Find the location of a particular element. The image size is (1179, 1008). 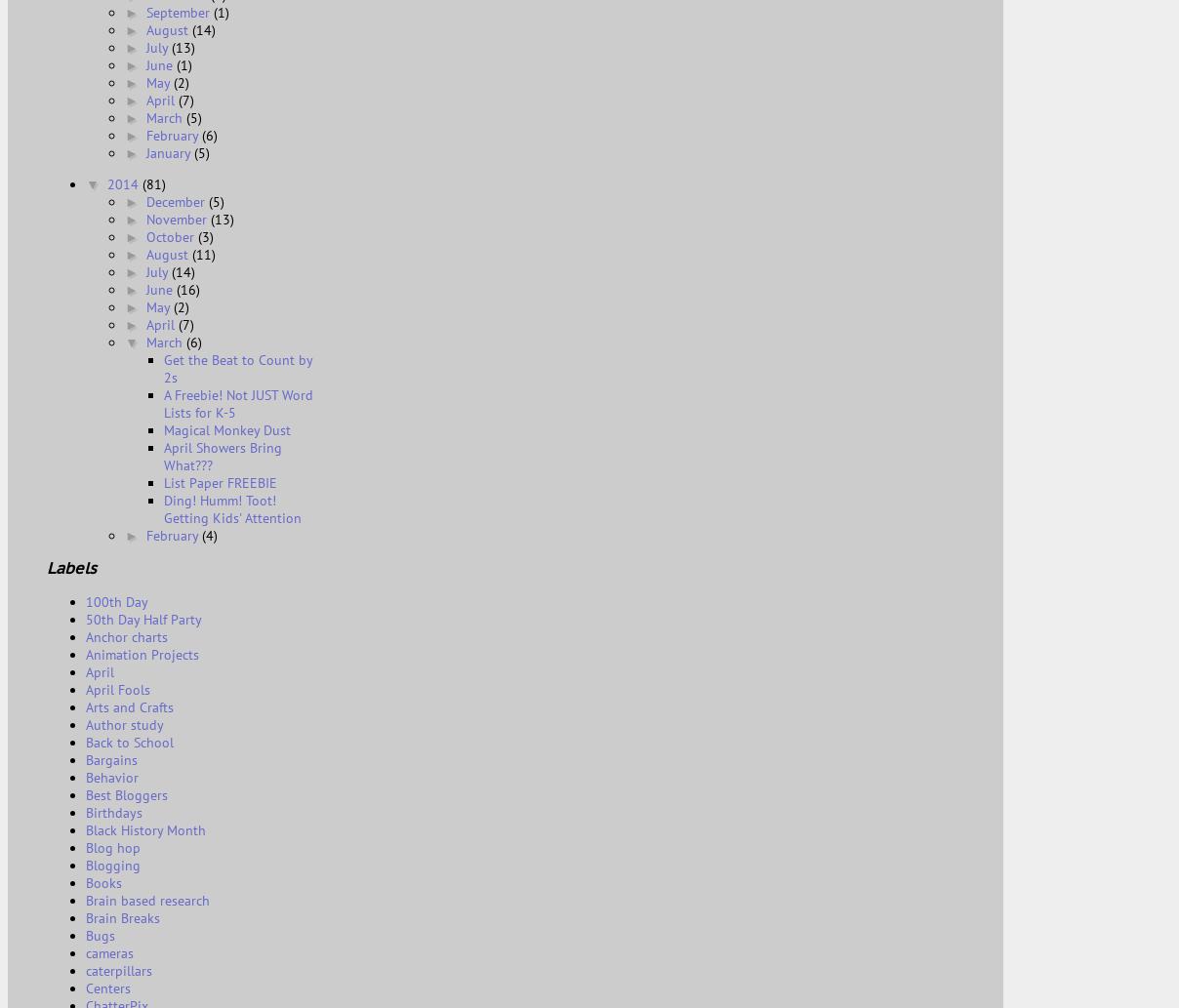

'Bargains' is located at coordinates (110, 759).